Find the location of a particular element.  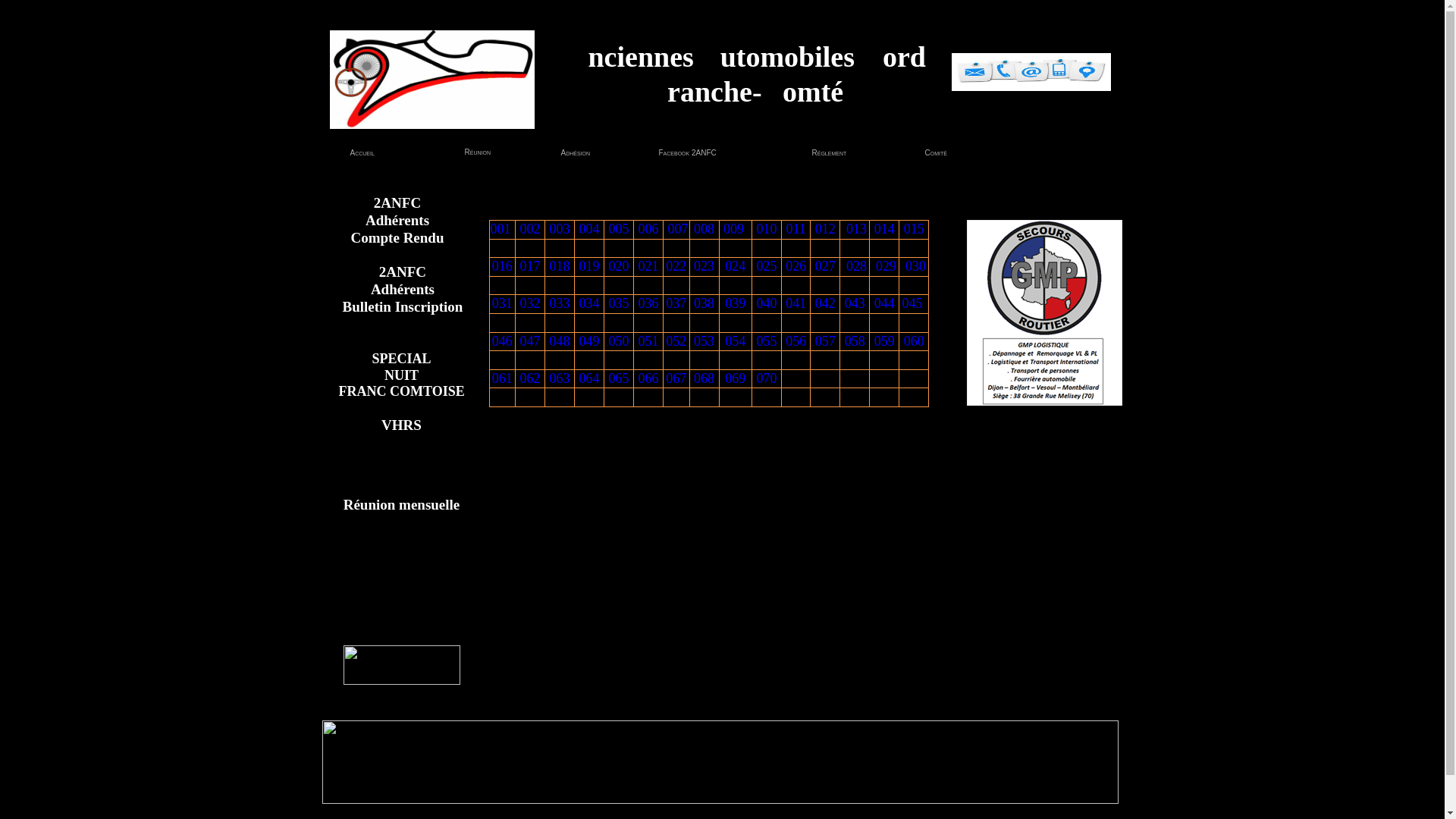

' 003 ' is located at coordinates (559, 228).